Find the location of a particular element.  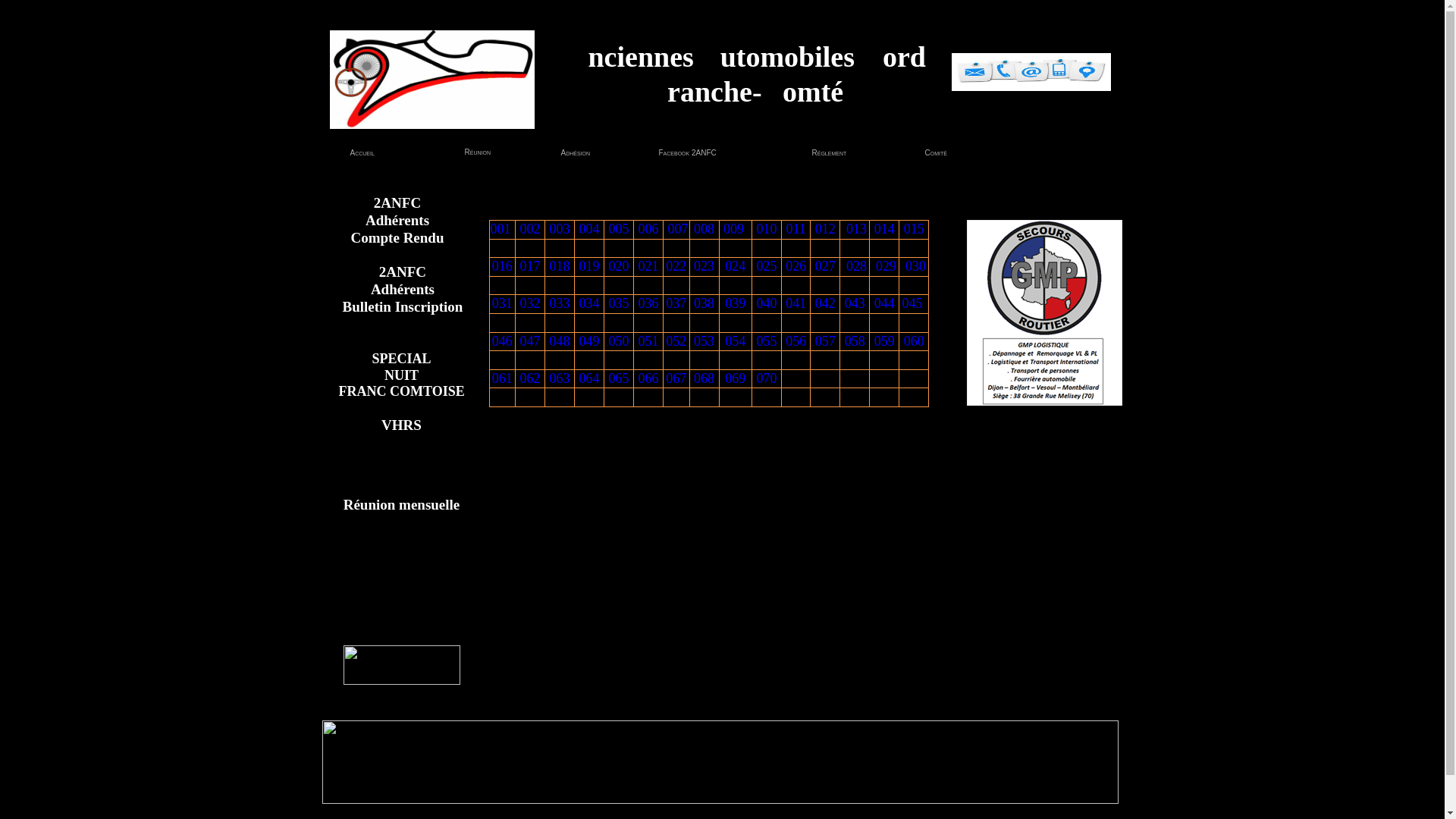

' 003 ' is located at coordinates (559, 228).